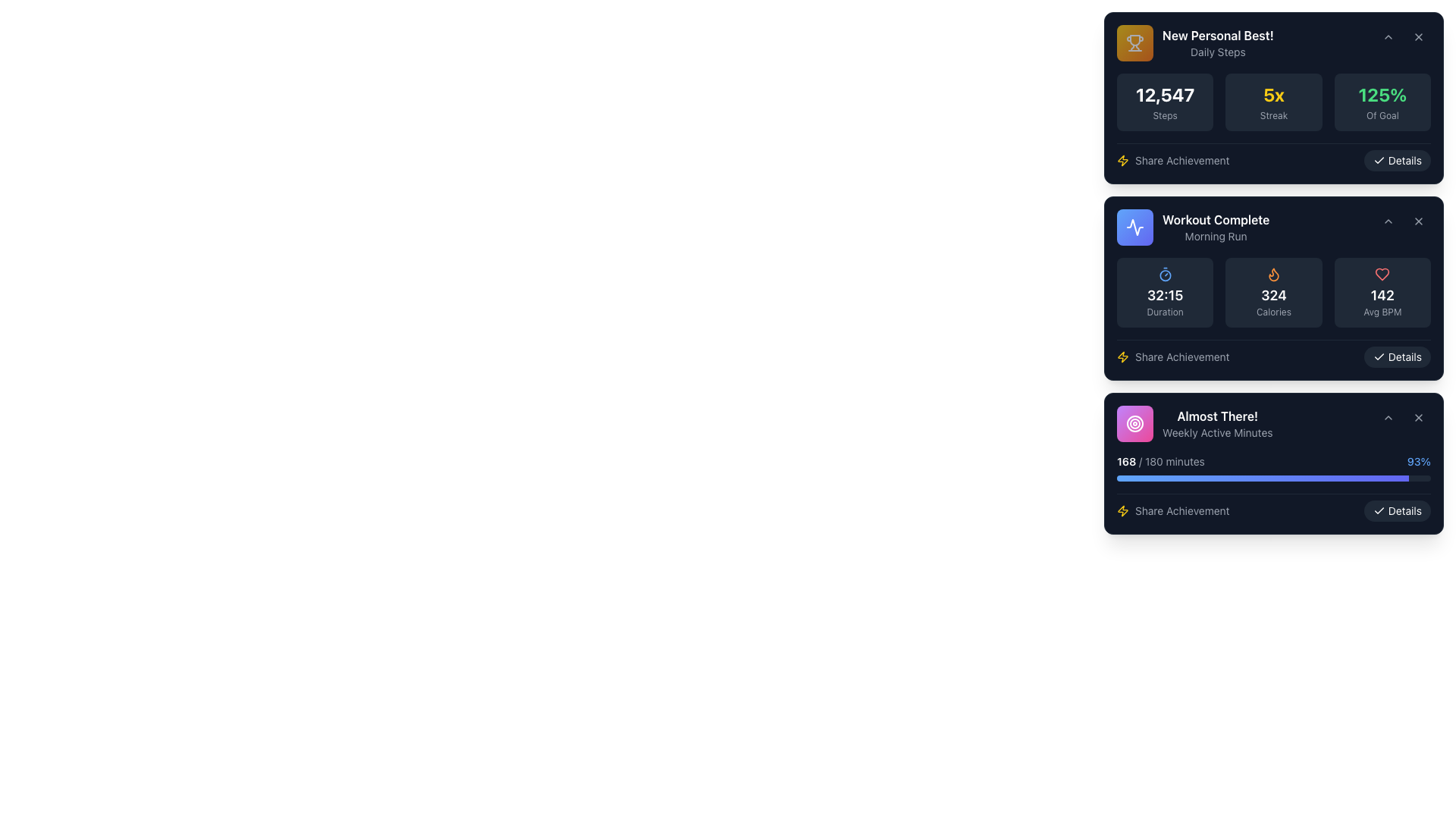  Describe the element at coordinates (1274, 292) in the screenshot. I see `the Informational Card displaying '324 calories' for more details, located in the 'Workout Complete' section between '32:15 Duration' and '142 Avg BPM'` at that location.